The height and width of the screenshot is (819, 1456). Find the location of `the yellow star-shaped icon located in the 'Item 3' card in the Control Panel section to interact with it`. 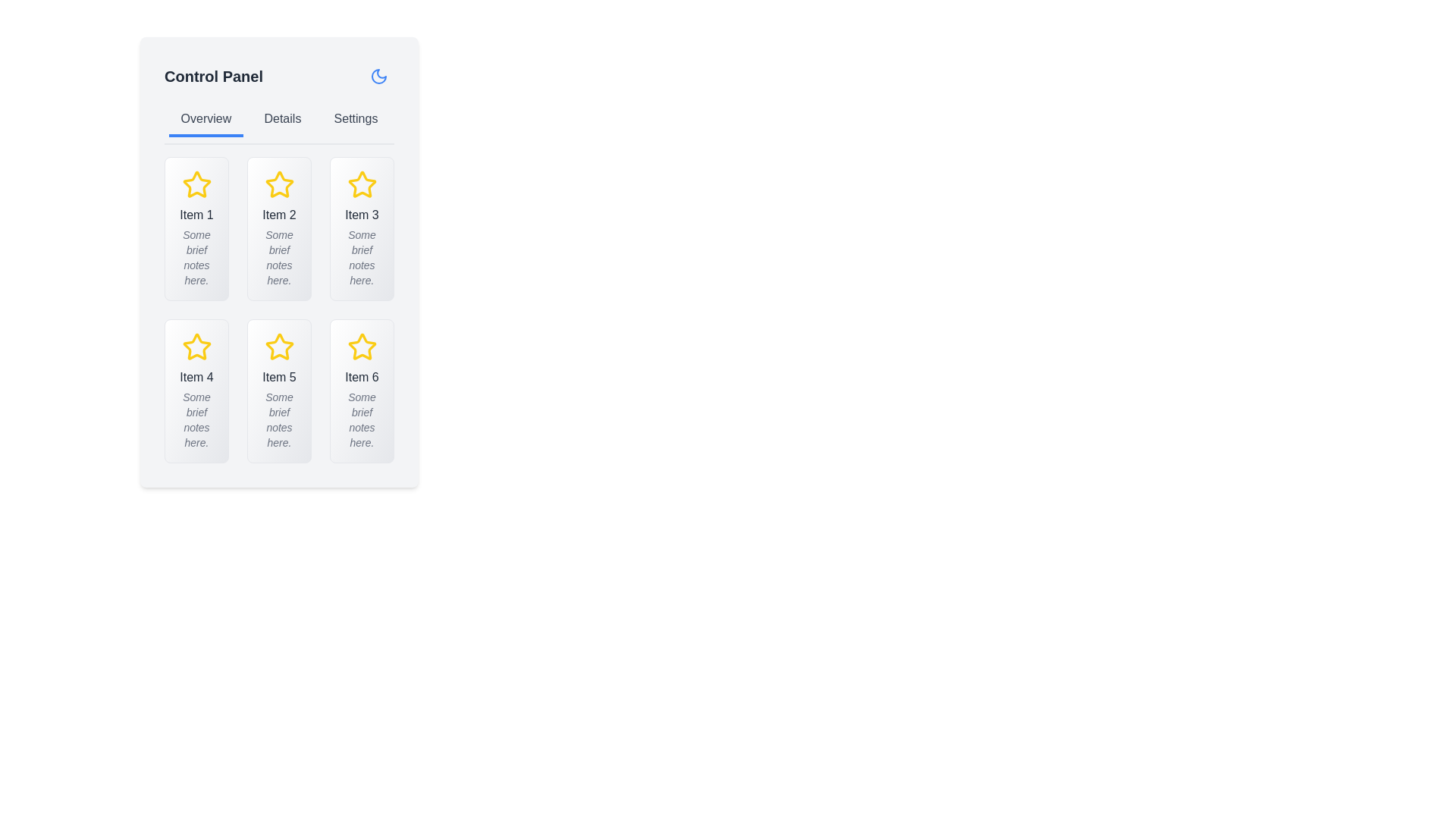

the yellow star-shaped icon located in the 'Item 3' card in the Control Panel section to interact with it is located at coordinates (361, 184).